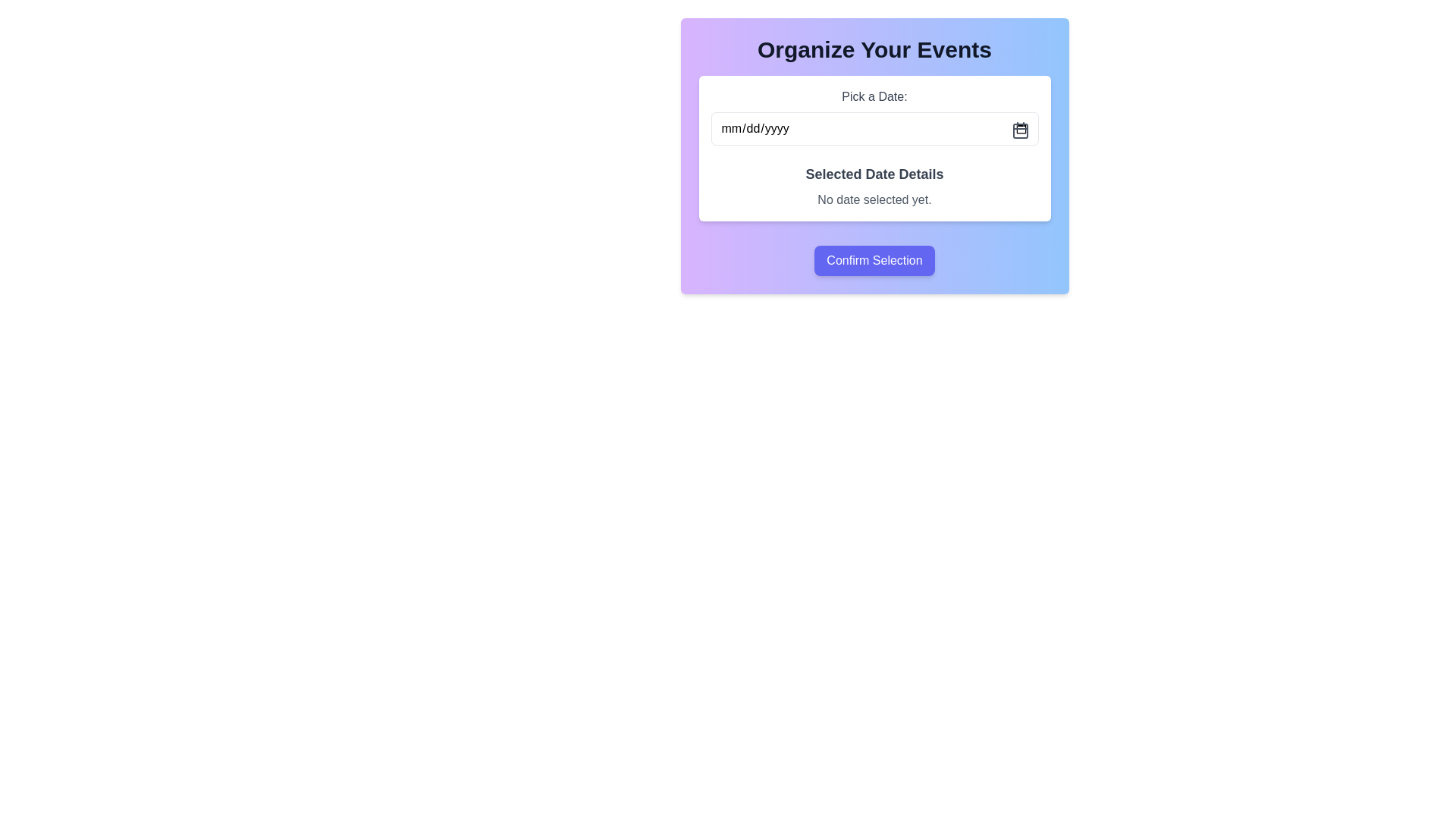  I want to click on the confirm button located at the bottom center of the card that contains input fields, which submits the selected data, so click(874, 259).